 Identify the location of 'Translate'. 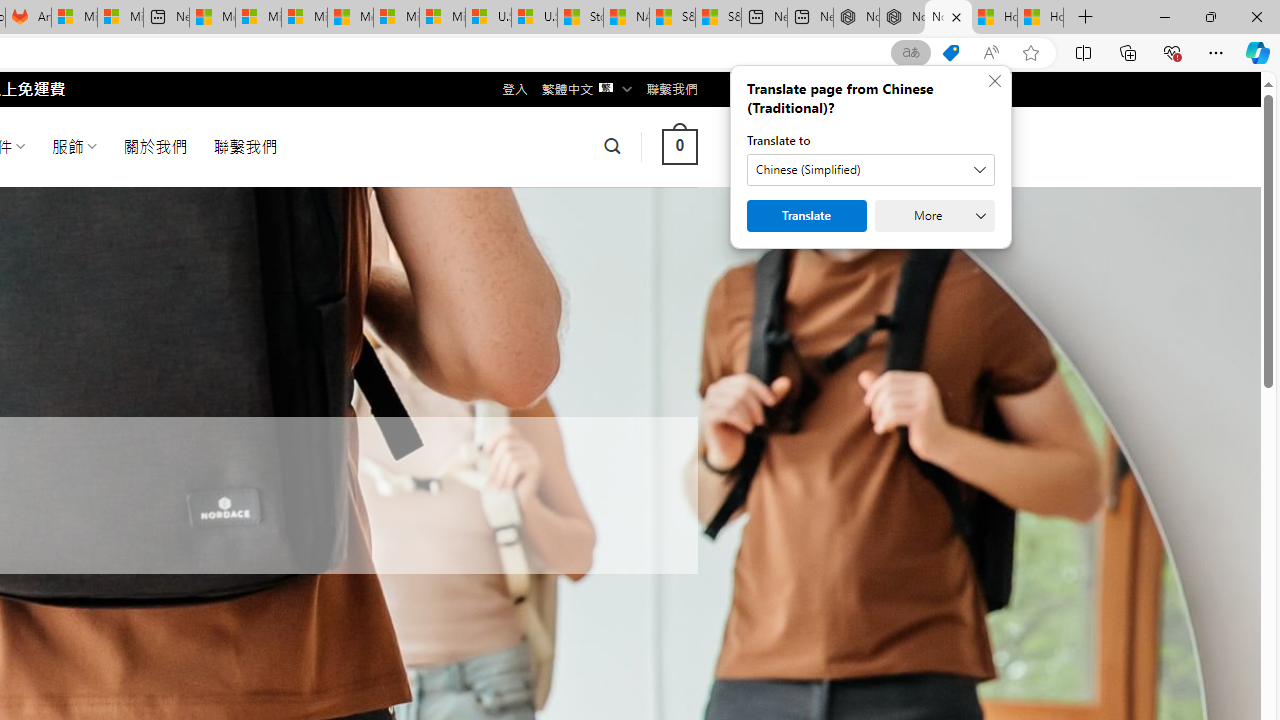
(807, 216).